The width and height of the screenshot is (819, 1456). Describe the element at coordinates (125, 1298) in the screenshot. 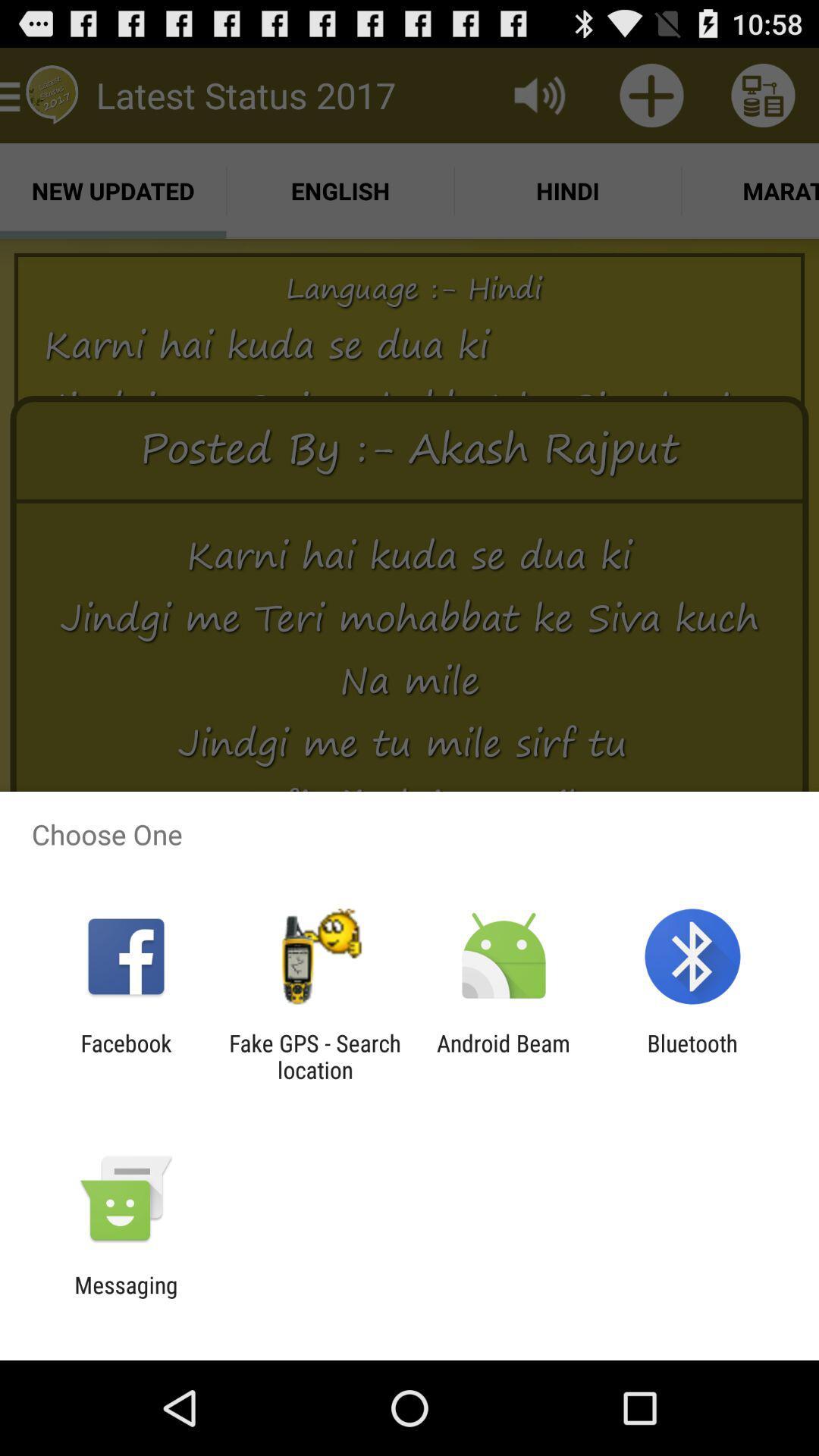

I see `messaging item` at that location.